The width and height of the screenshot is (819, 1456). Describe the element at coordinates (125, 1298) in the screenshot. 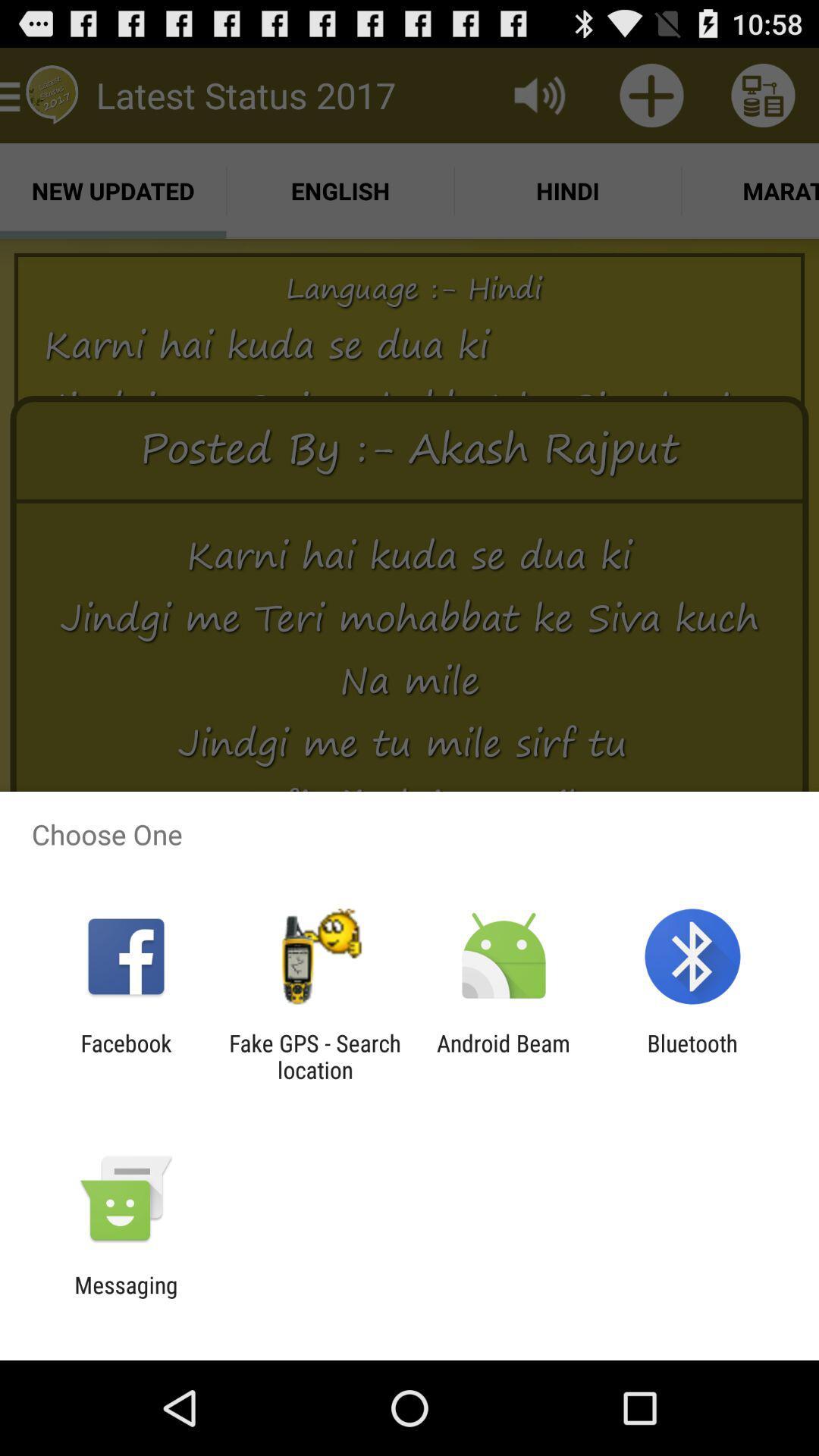

I see `messaging item` at that location.